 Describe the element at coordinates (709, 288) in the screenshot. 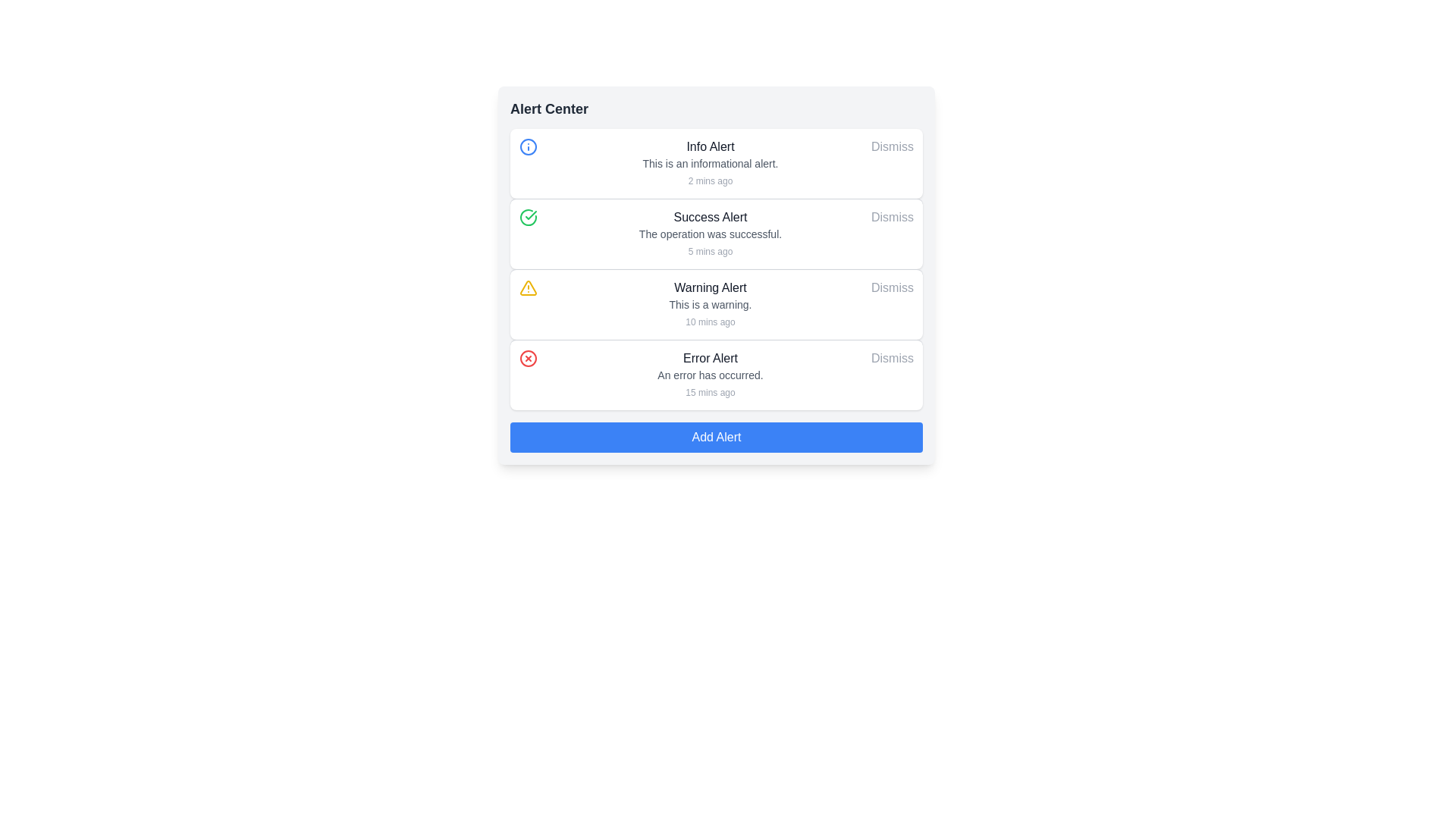

I see `the 'Warning Alert' text label, which is displayed in bold black text as the main title of the notification in the alert center interface` at that location.